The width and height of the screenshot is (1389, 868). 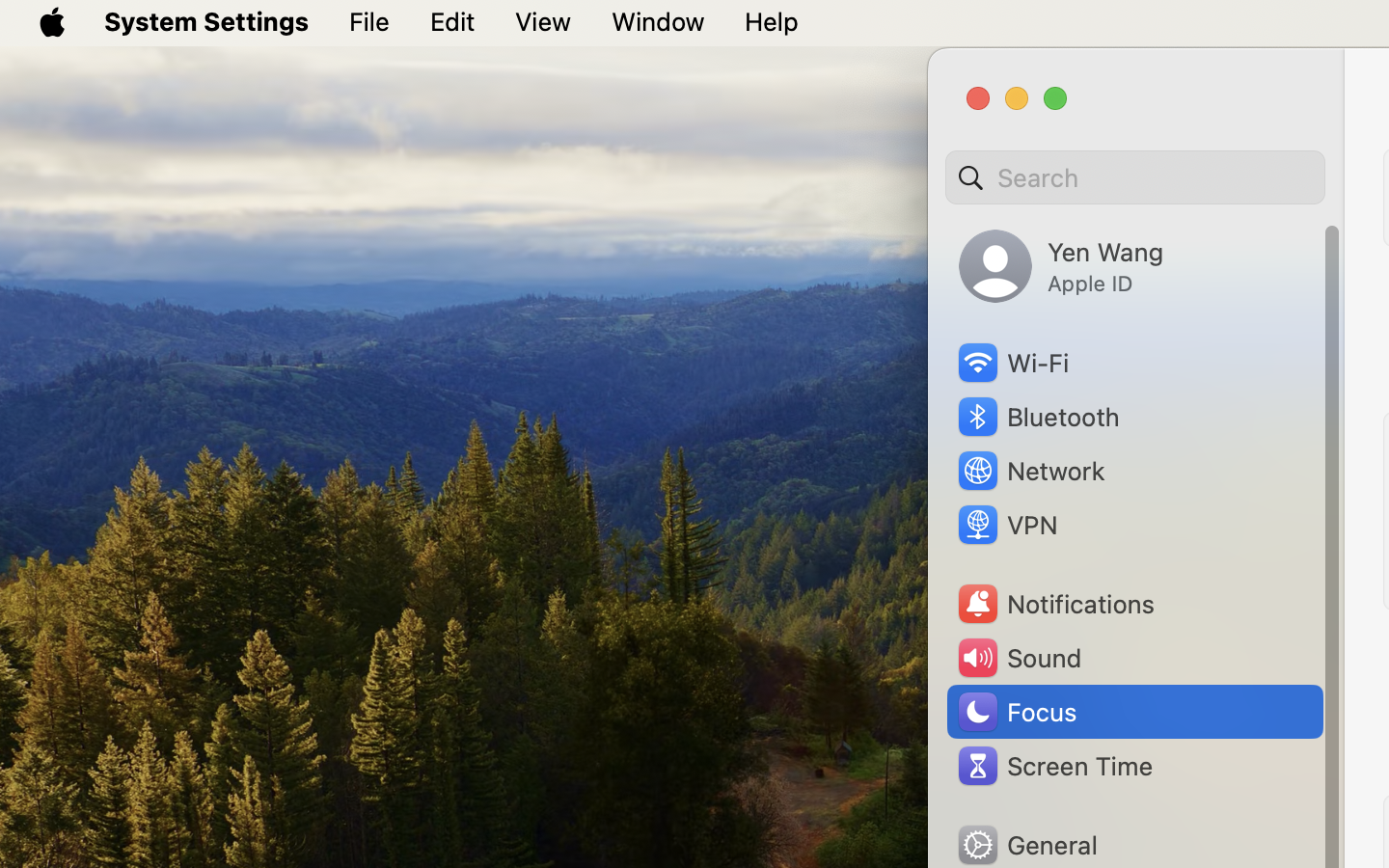 What do you see at coordinates (1026, 844) in the screenshot?
I see `'General'` at bounding box center [1026, 844].